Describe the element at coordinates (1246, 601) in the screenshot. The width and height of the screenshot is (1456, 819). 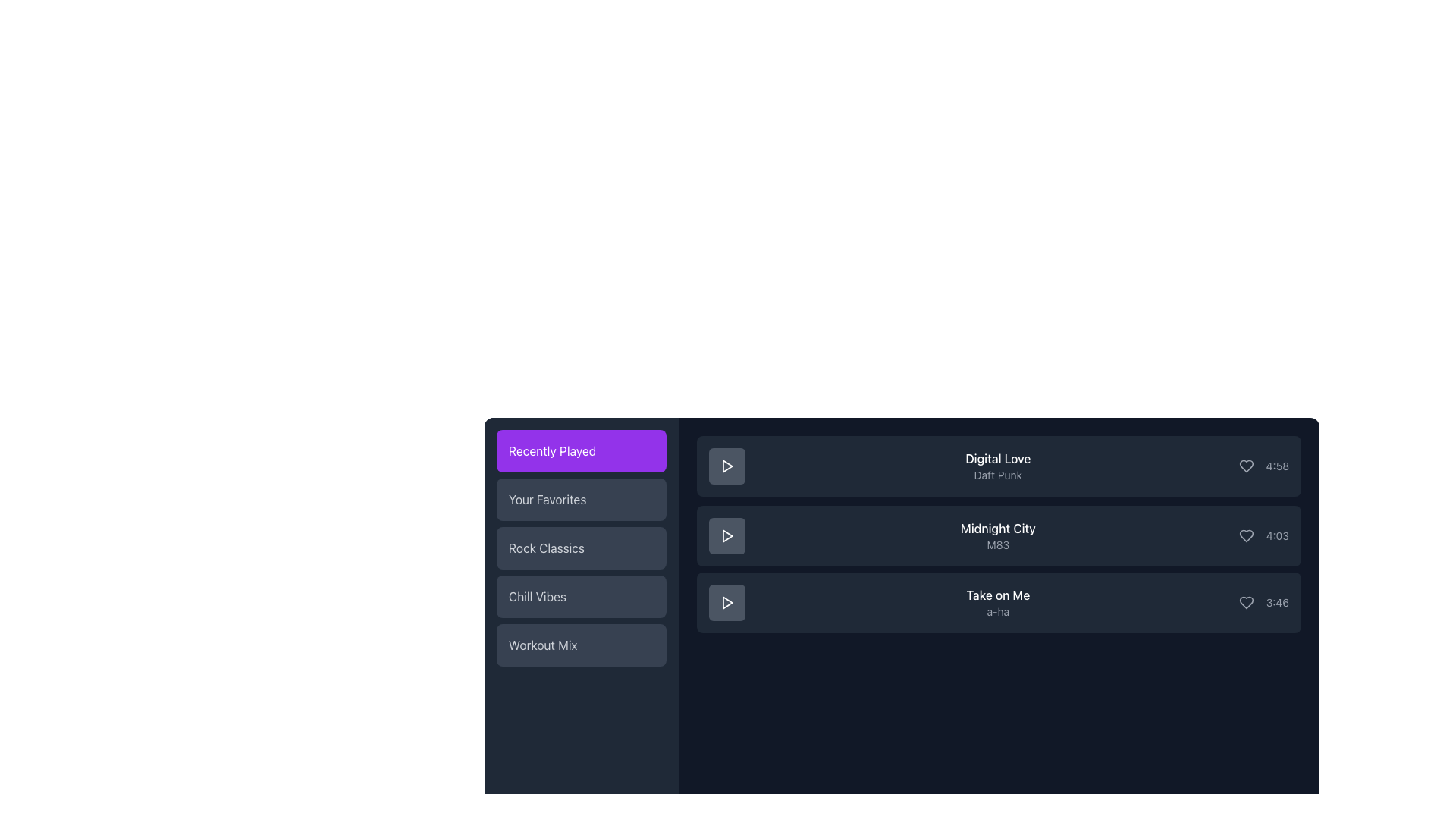
I see `the heart-shaped icon associated with the song 'Take on Me' located in the last row of the song list` at that location.